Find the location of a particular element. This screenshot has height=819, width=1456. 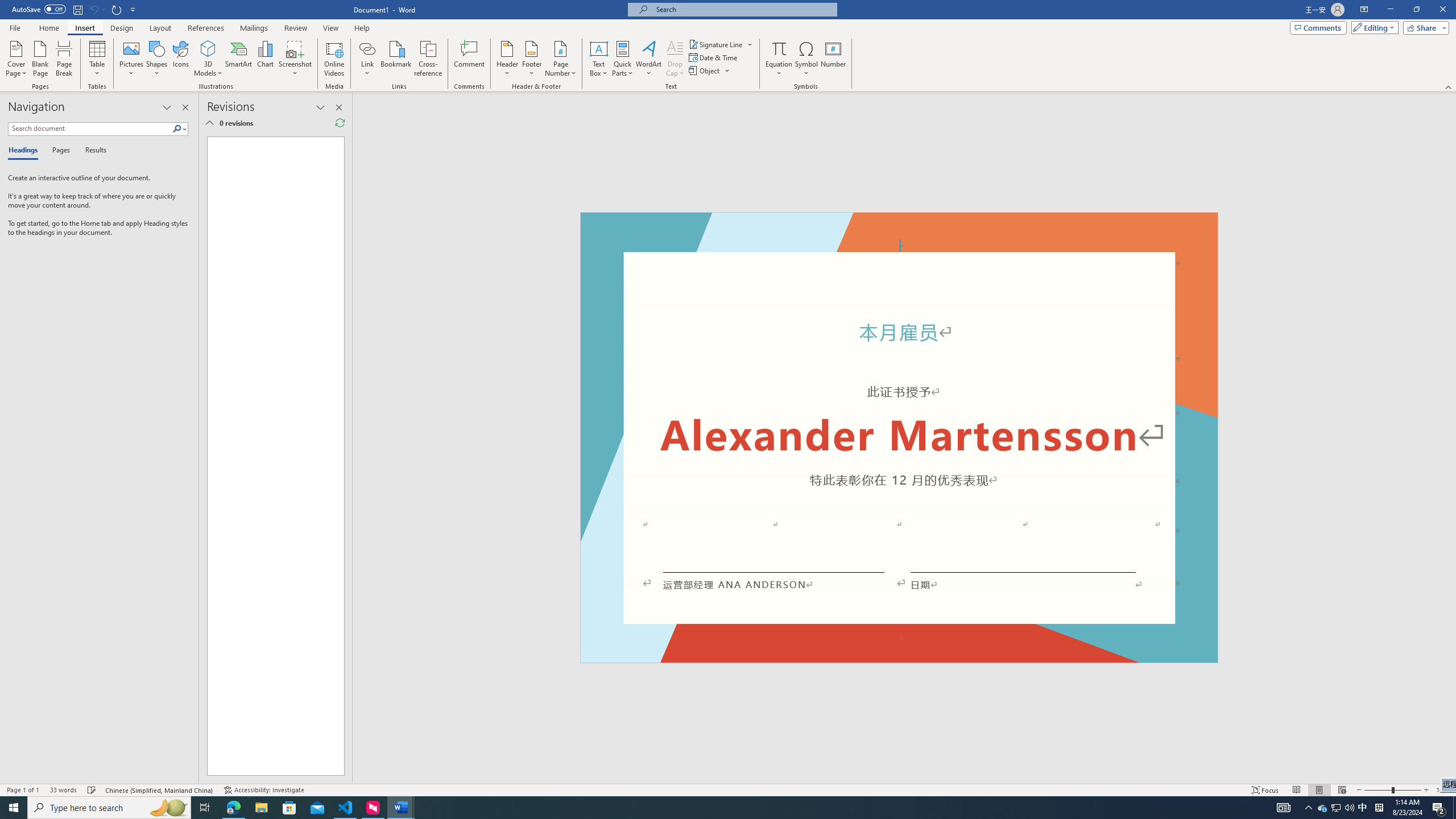

'Date & Time...' is located at coordinates (714, 56).